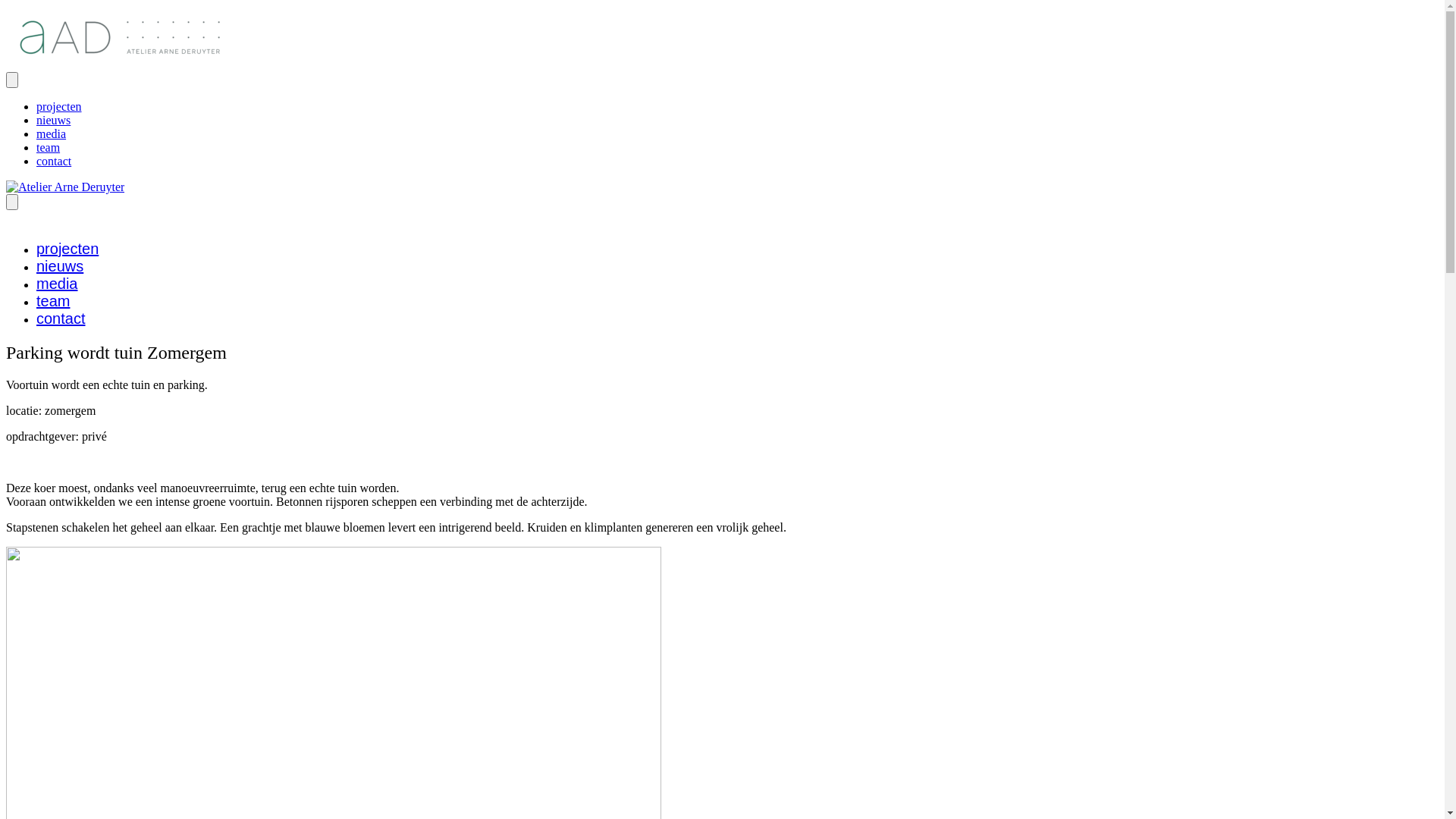 The width and height of the screenshot is (1456, 819). I want to click on 'contact', so click(61, 318).